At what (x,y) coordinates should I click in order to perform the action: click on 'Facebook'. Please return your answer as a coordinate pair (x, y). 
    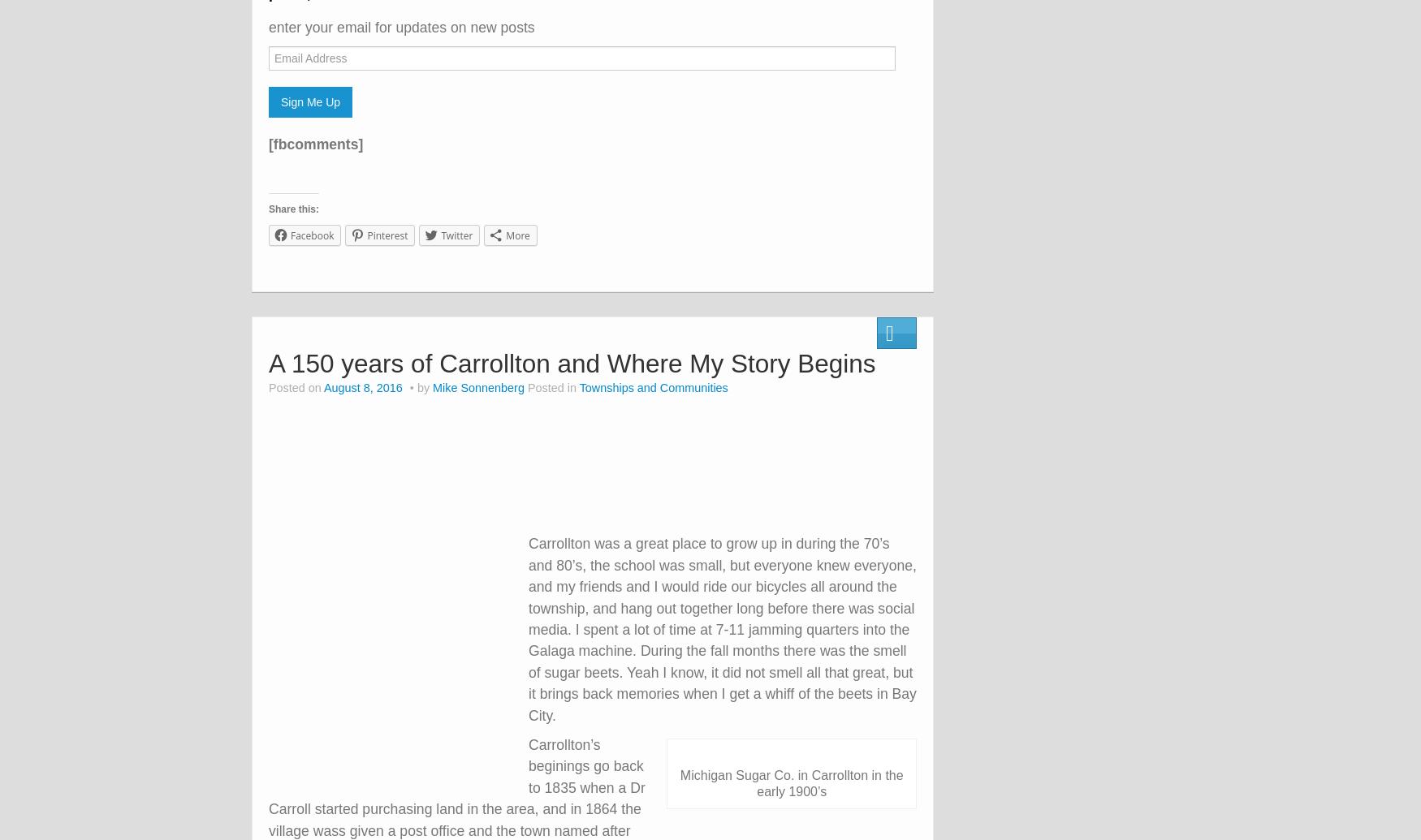
    Looking at the image, I should click on (311, 235).